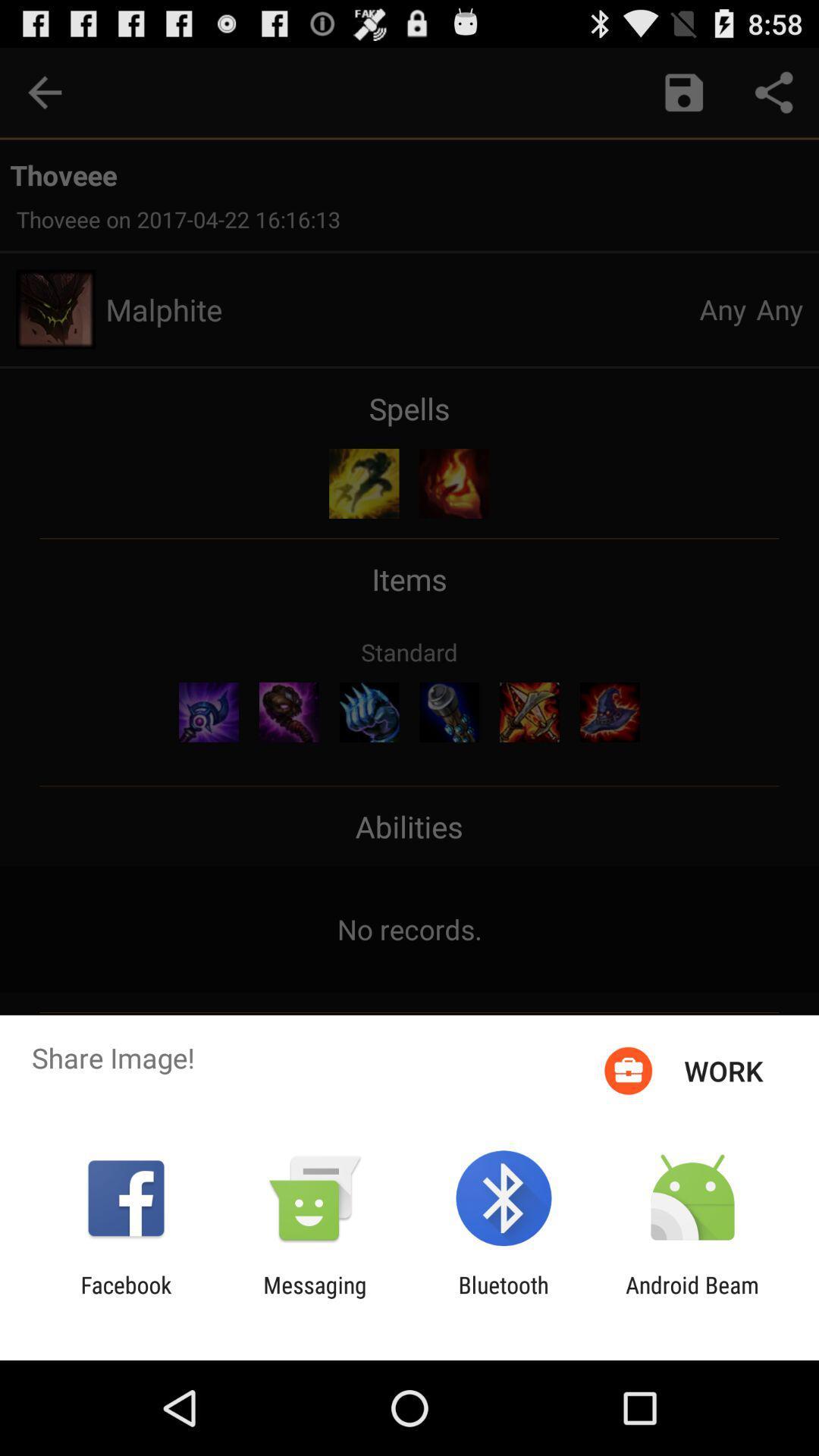  I want to click on app next to bluetooth item, so click(692, 1298).